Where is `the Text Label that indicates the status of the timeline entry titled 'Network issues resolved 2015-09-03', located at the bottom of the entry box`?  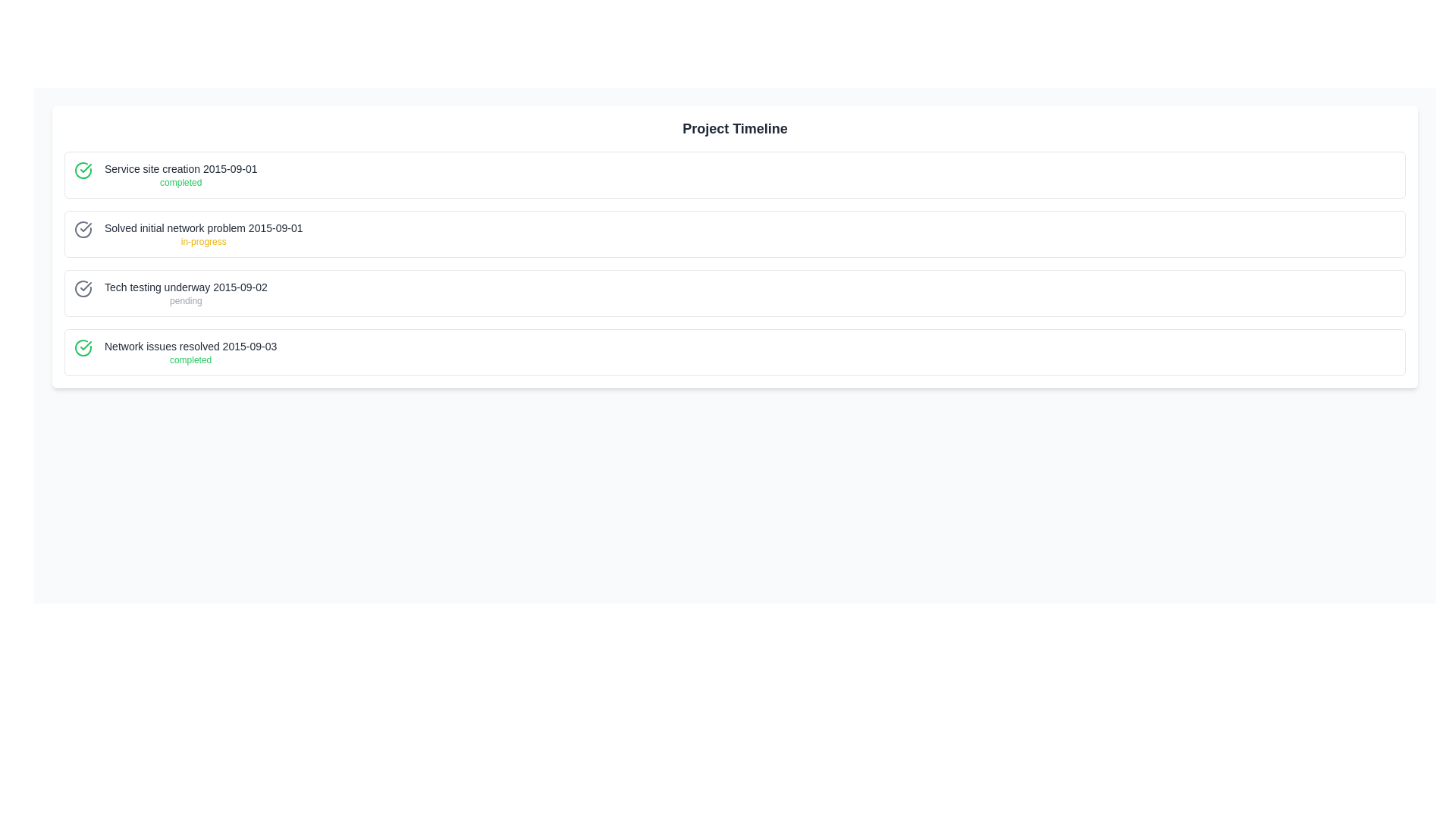 the Text Label that indicates the status of the timeline entry titled 'Network issues resolved 2015-09-03', located at the bottom of the entry box is located at coordinates (190, 359).